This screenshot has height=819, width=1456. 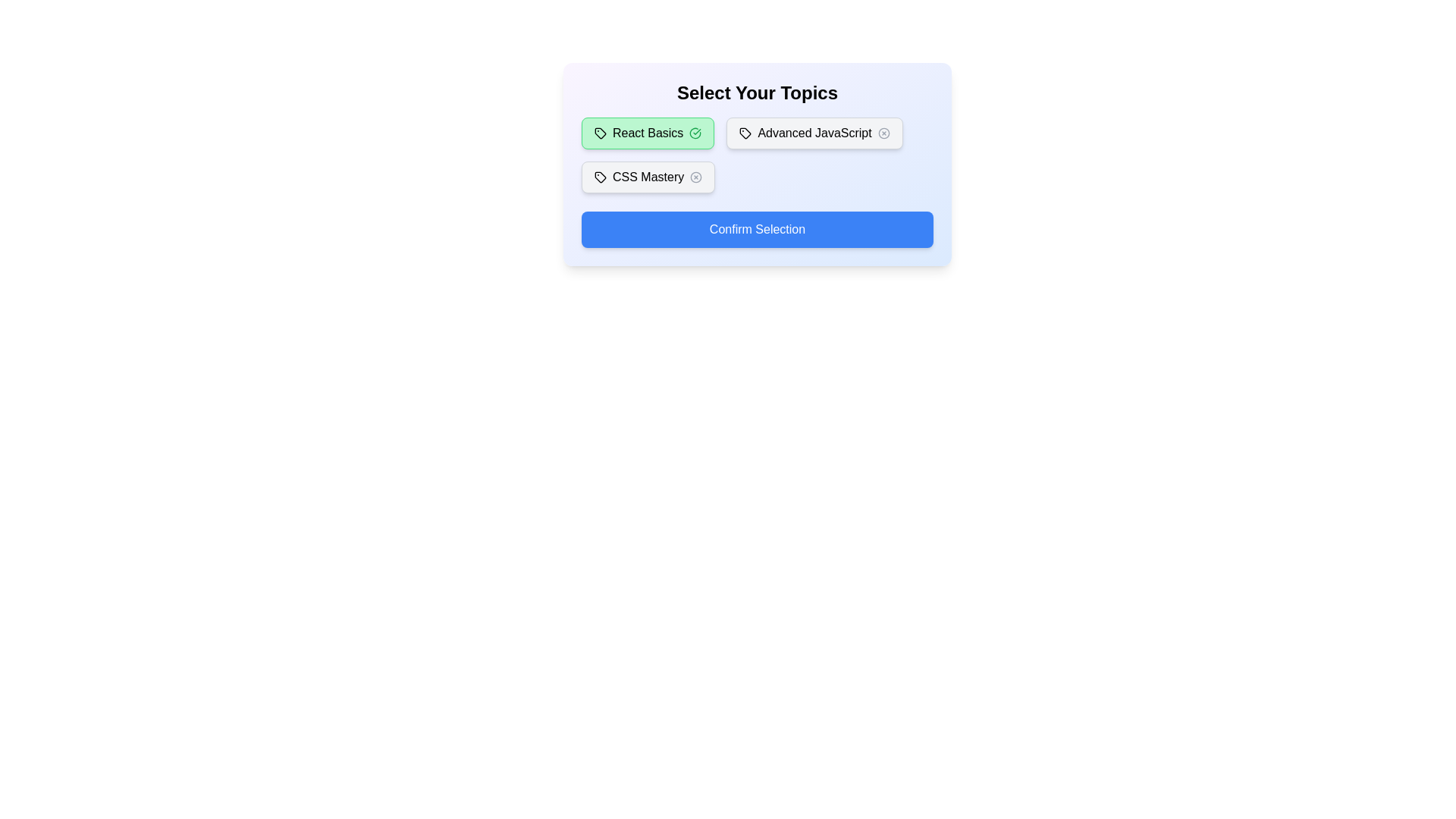 I want to click on the tag labeled Advanced JavaScript to toggle its active state, so click(x=814, y=133).